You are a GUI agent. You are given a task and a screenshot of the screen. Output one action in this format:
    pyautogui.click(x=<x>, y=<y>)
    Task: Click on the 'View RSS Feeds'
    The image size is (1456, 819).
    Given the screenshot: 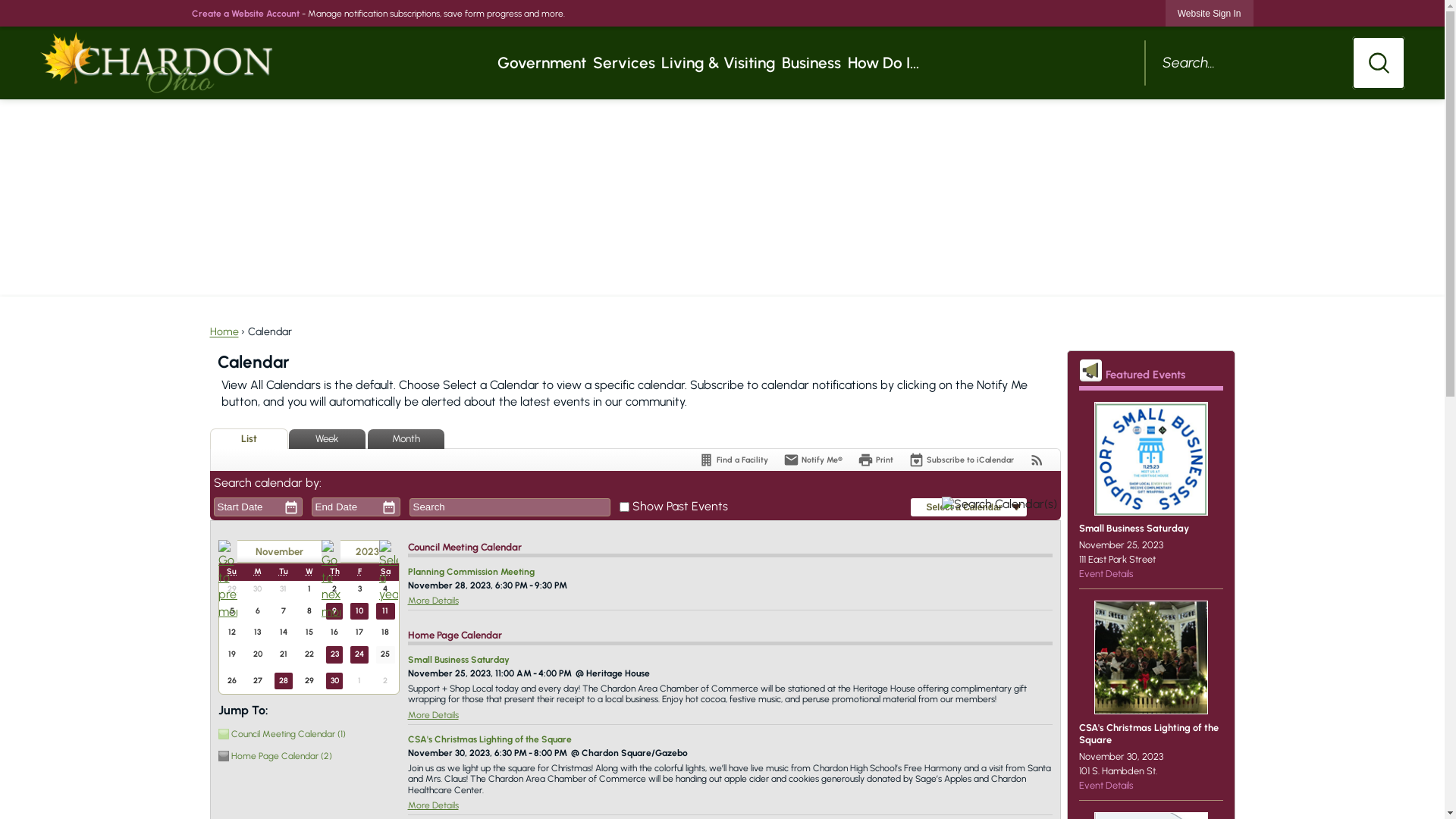 What is the action you would take?
    pyautogui.click(x=1035, y=459)
    